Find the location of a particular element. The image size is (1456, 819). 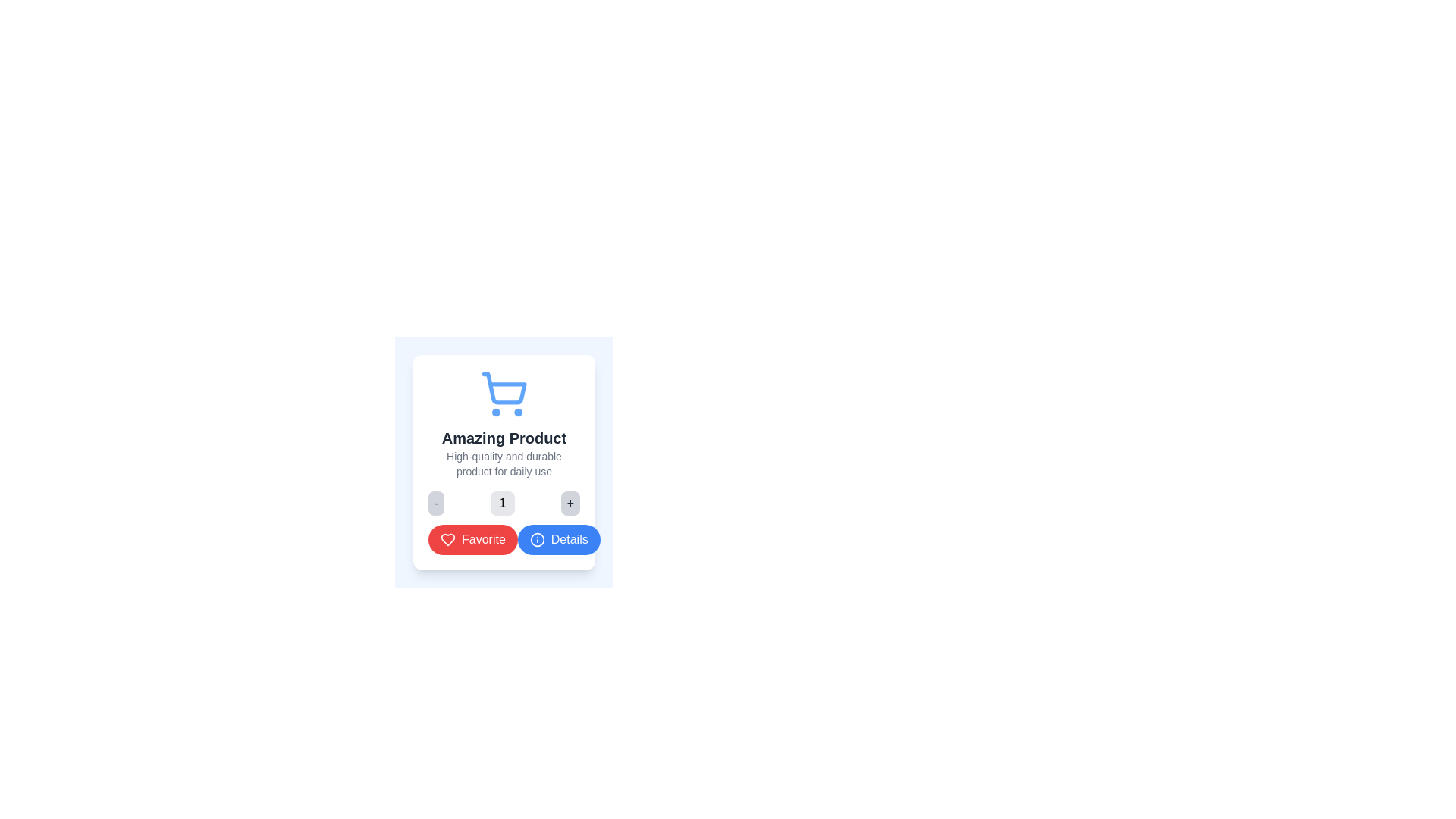

the descriptive text element providing additional information about the product's features, located below the text 'Amazing Product' is located at coordinates (504, 463).